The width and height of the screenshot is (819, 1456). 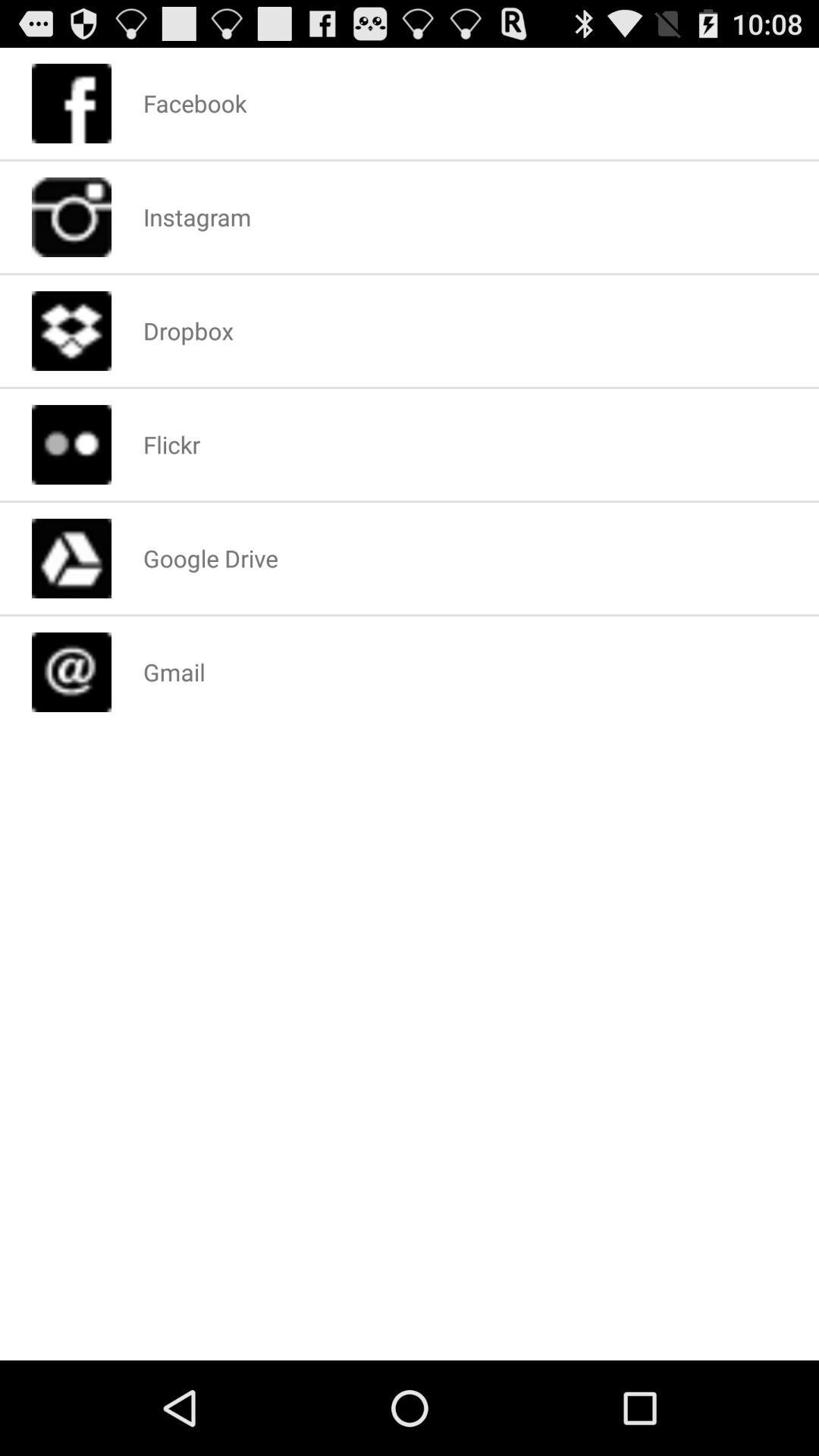 I want to click on item above dropbox app, so click(x=196, y=216).